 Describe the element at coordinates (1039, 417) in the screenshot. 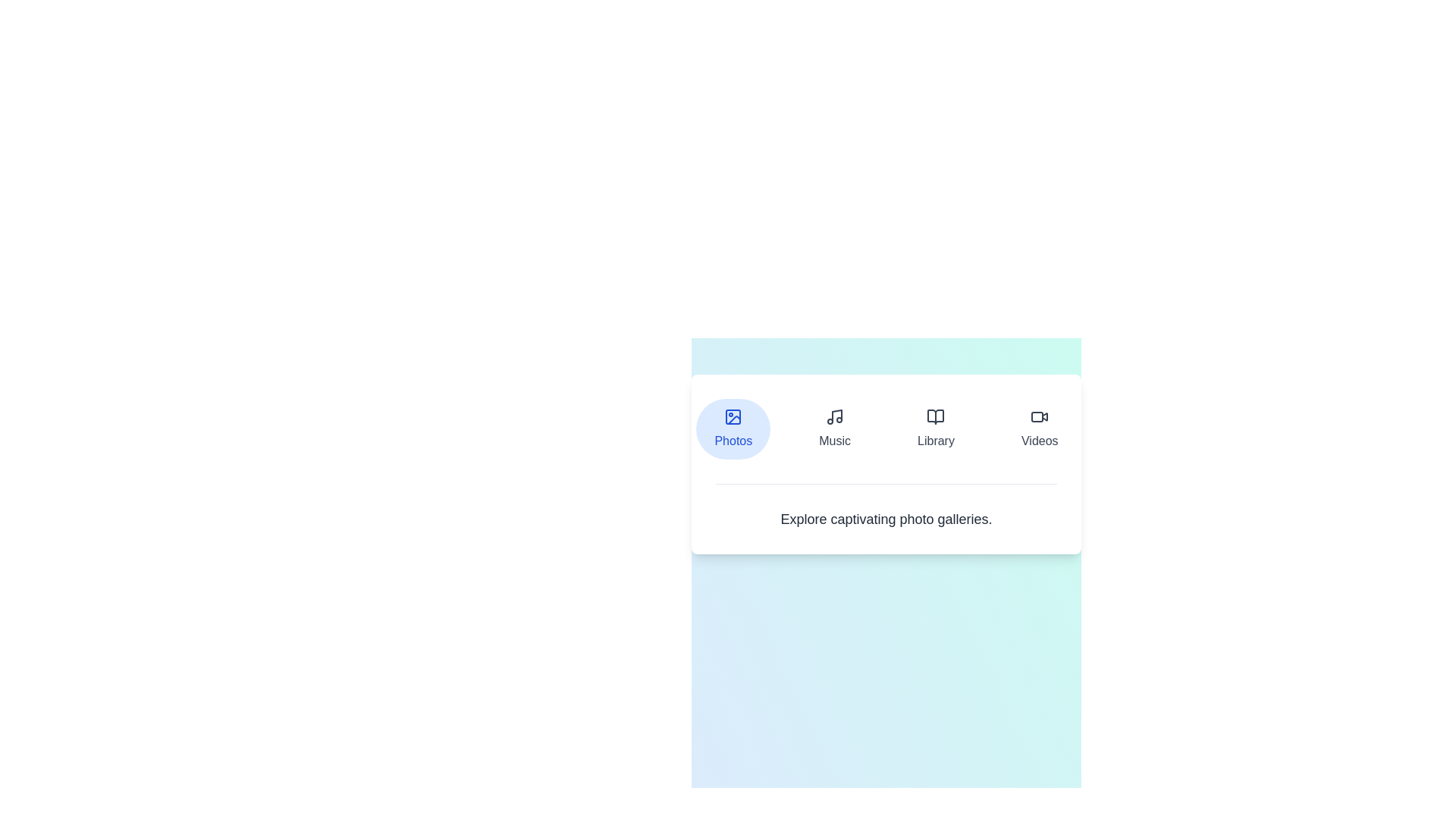

I see `the video icon, which is a minimalistic video camera icon located on the rightmost edge of a horizontal menu` at that location.